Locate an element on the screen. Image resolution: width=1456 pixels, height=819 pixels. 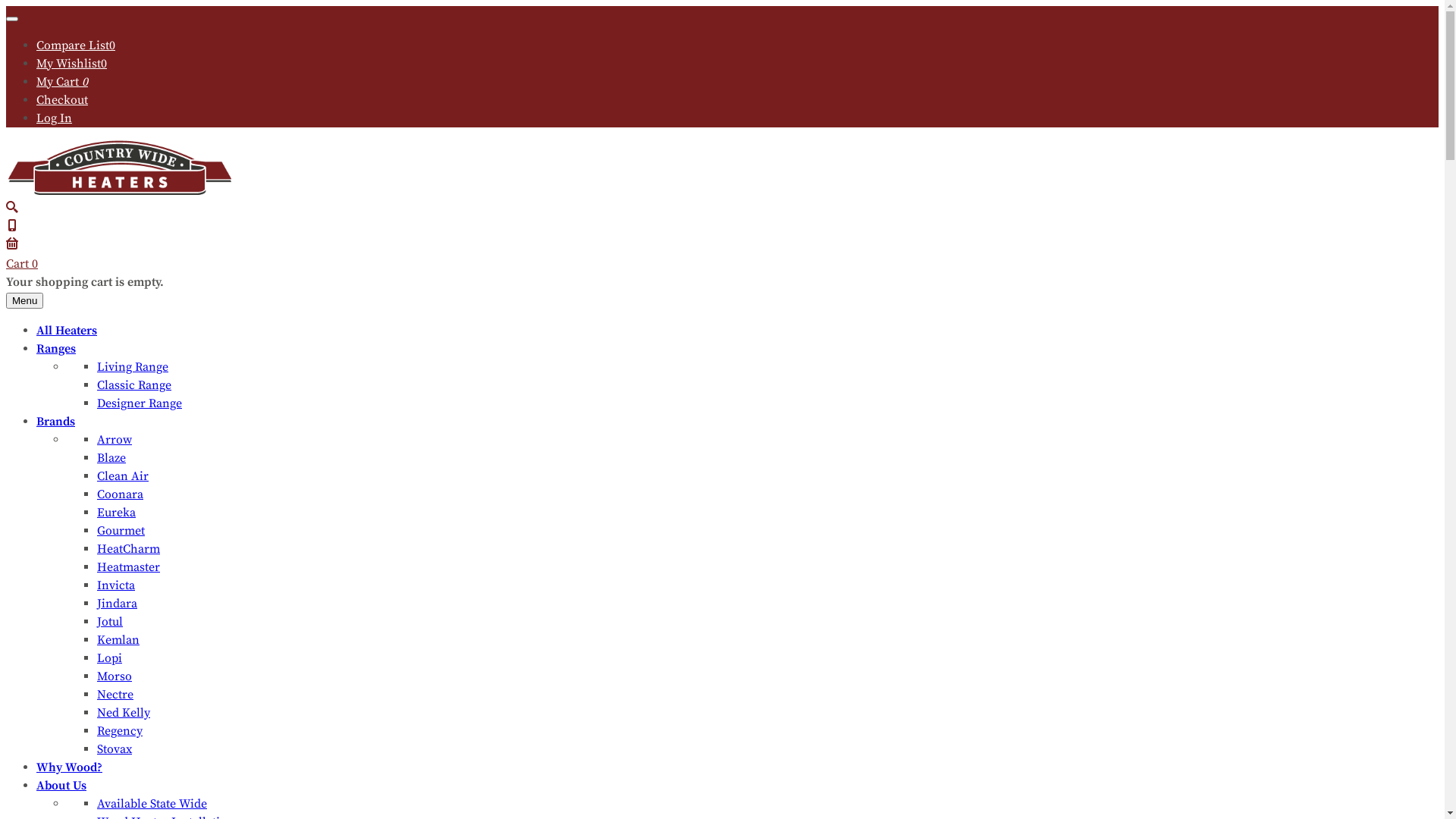
'My Wishlist0' is located at coordinates (71, 63).